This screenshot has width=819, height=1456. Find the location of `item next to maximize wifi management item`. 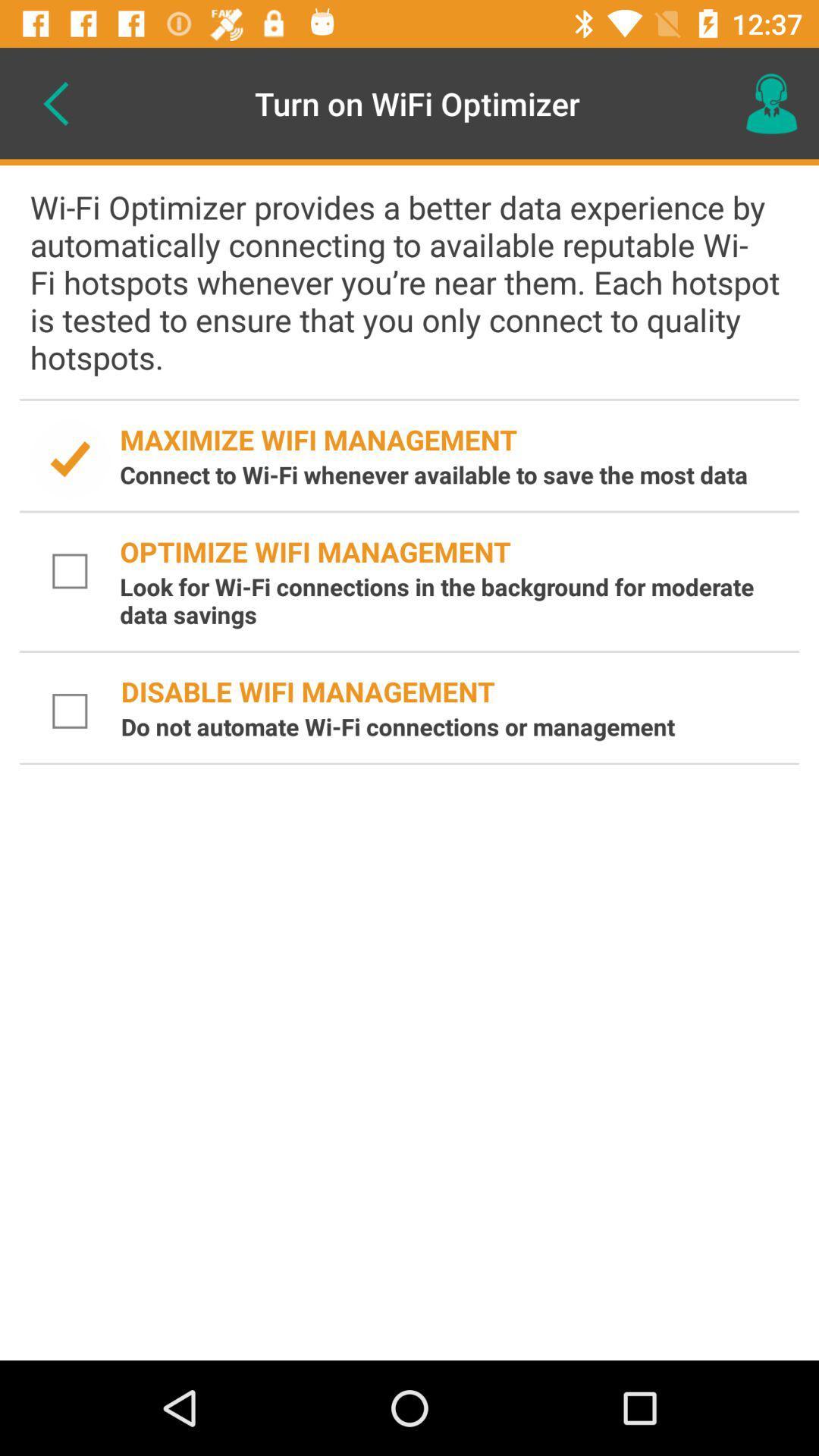

item next to maximize wifi management item is located at coordinates (70, 458).